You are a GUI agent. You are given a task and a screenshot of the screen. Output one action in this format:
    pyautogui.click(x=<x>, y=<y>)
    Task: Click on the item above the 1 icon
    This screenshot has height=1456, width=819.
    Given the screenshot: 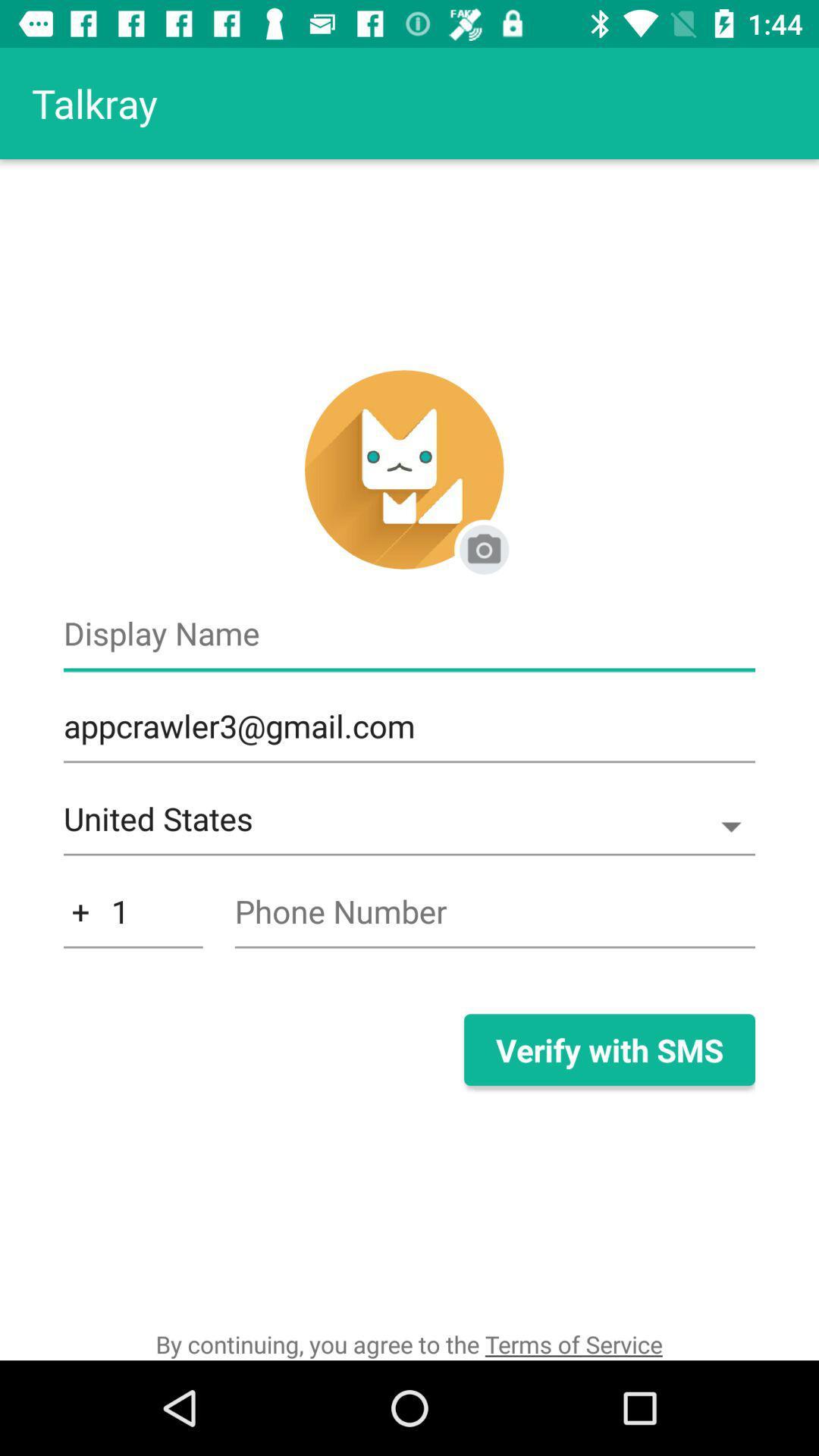 What is the action you would take?
    pyautogui.click(x=409, y=826)
    